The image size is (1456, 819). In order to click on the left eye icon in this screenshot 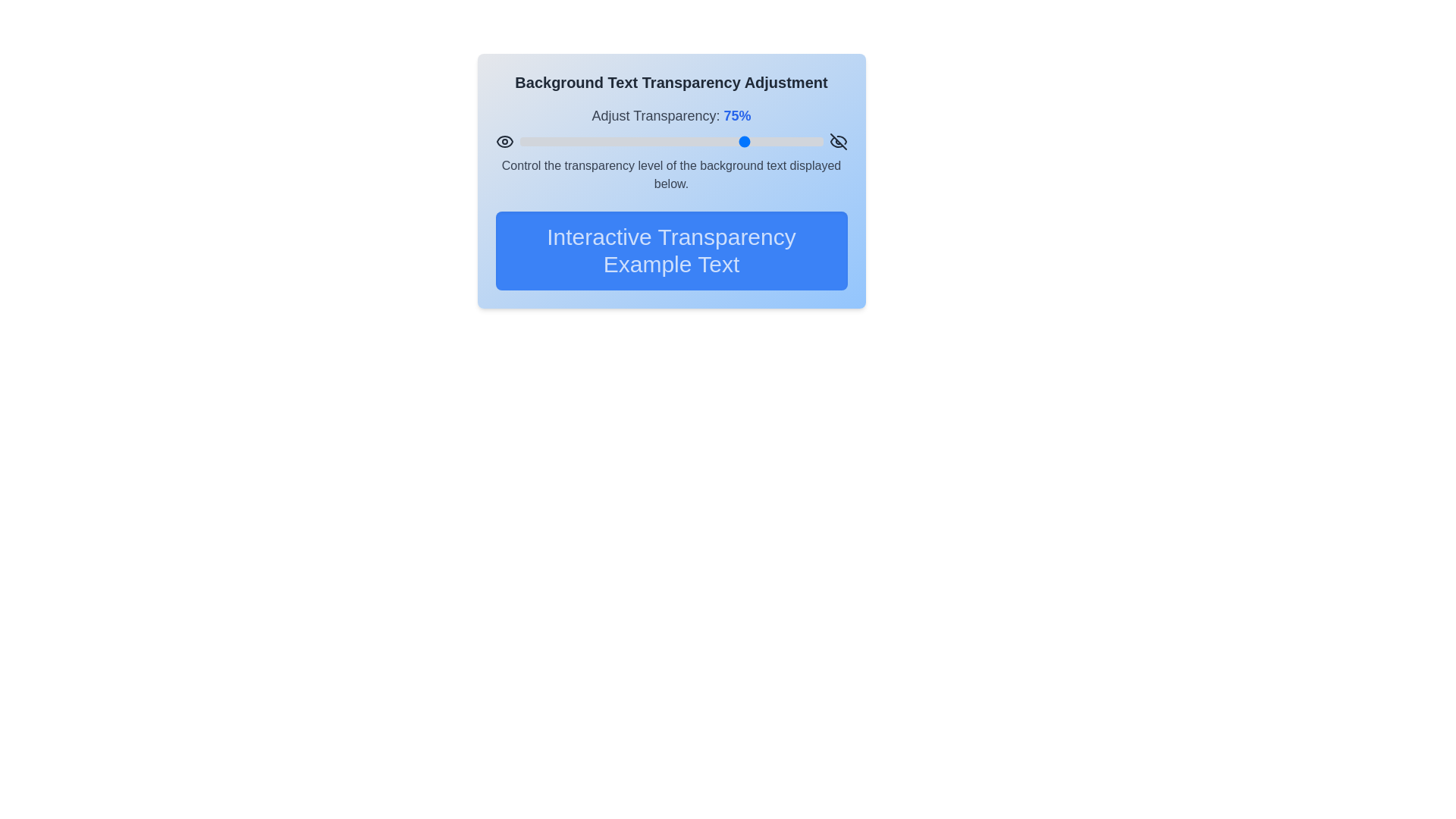, I will do `click(504, 141)`.